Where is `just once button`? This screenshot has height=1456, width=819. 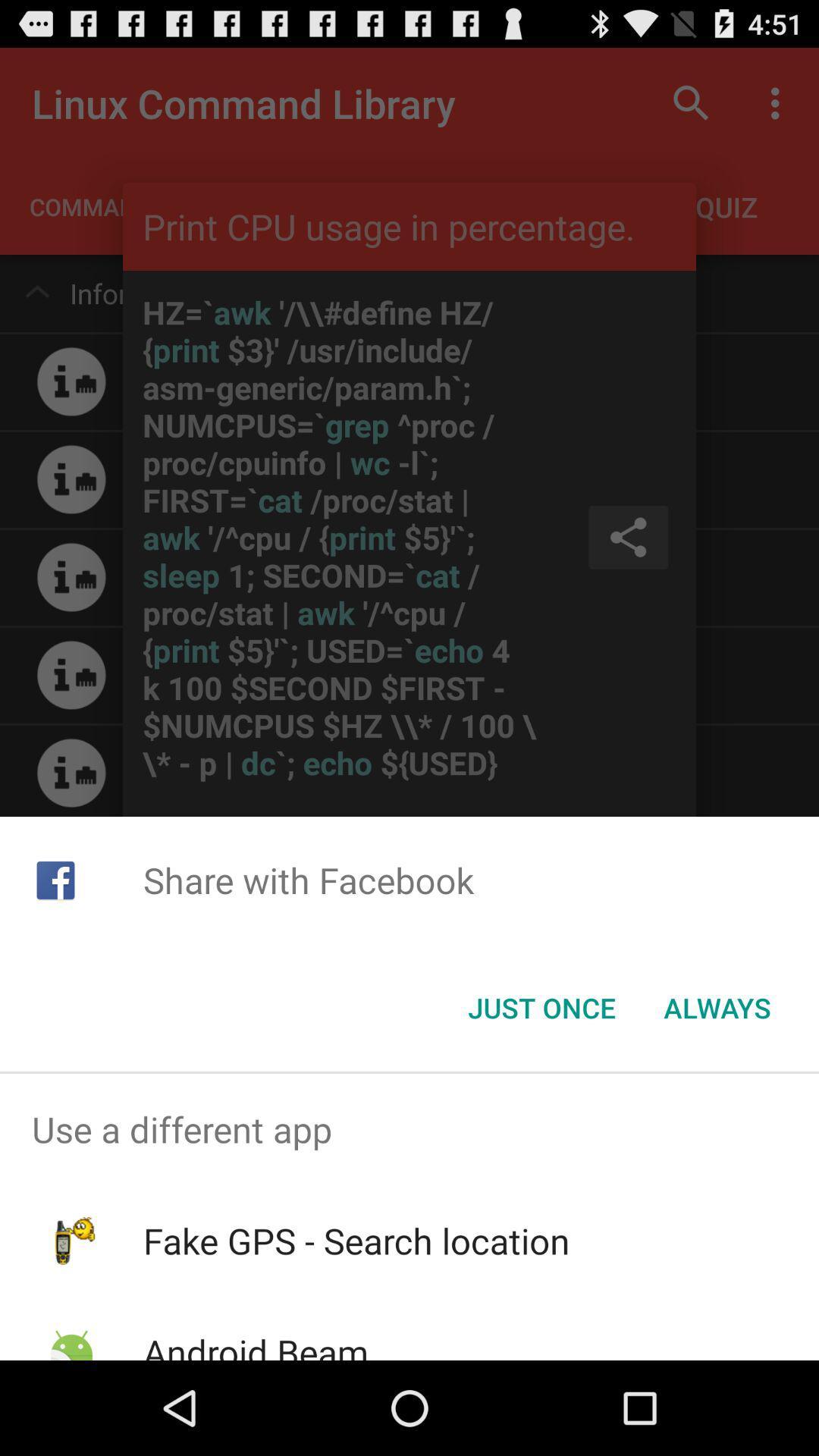 just once button is located at coordinates (541, 1008).